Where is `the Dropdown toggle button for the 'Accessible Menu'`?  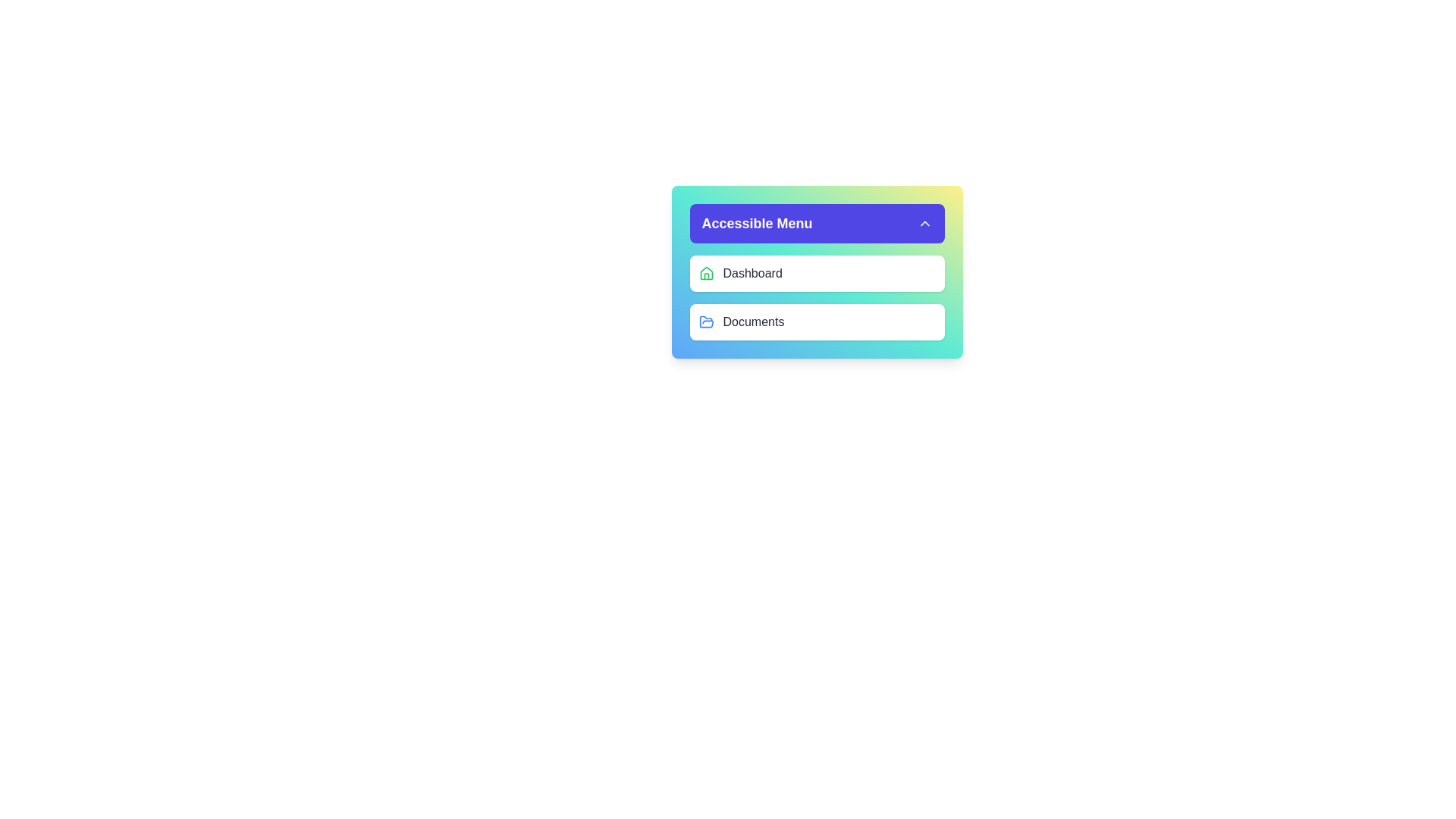
the Dropdown toggle button for the 'Accessible Menu' is located at coordinates (816, 223).